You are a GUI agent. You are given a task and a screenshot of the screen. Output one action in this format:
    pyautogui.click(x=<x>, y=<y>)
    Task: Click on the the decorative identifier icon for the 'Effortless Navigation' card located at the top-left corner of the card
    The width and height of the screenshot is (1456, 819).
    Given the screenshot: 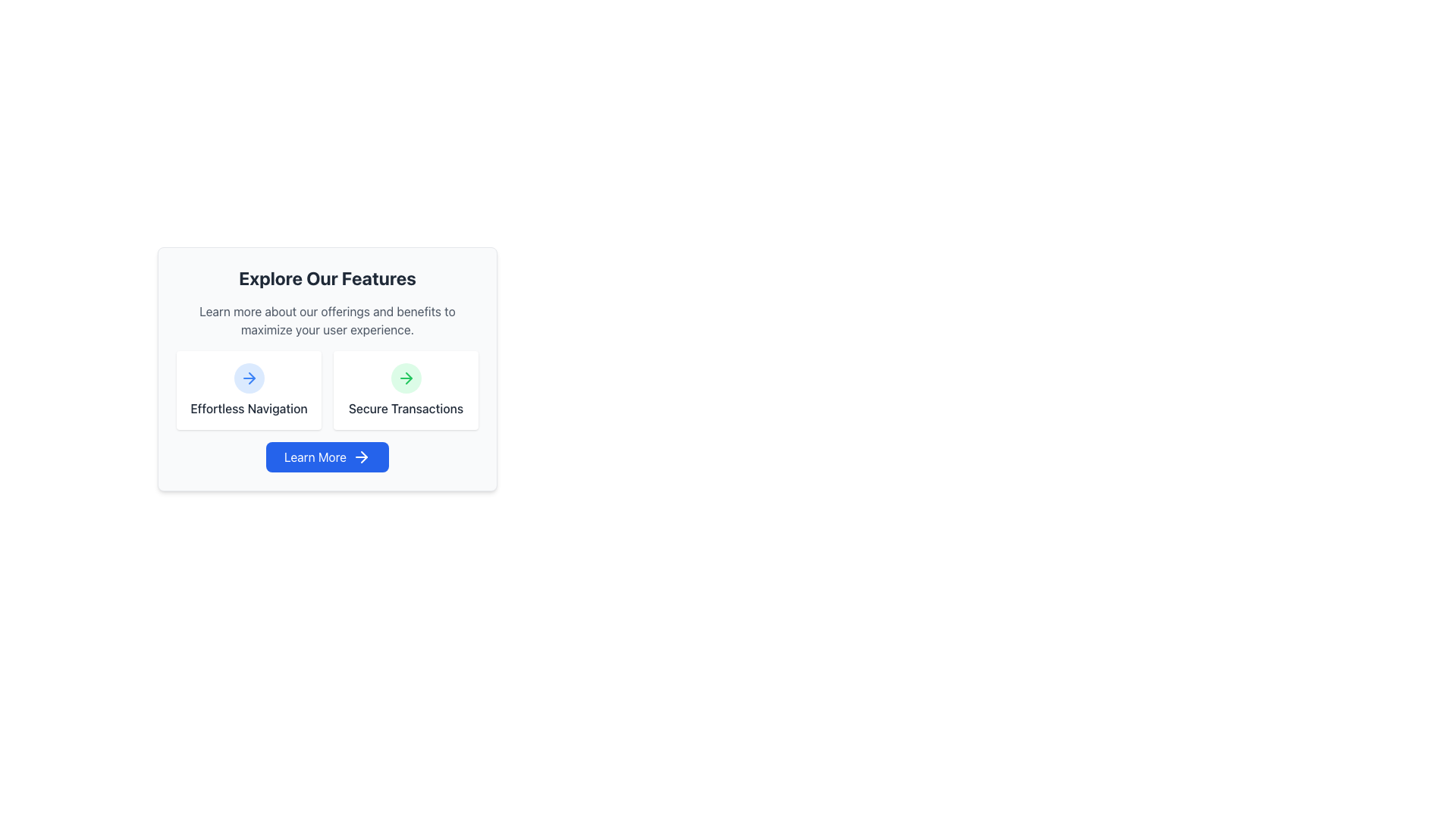 What is the action you would take?
    pyautogui.click(x=249, y=377)
    